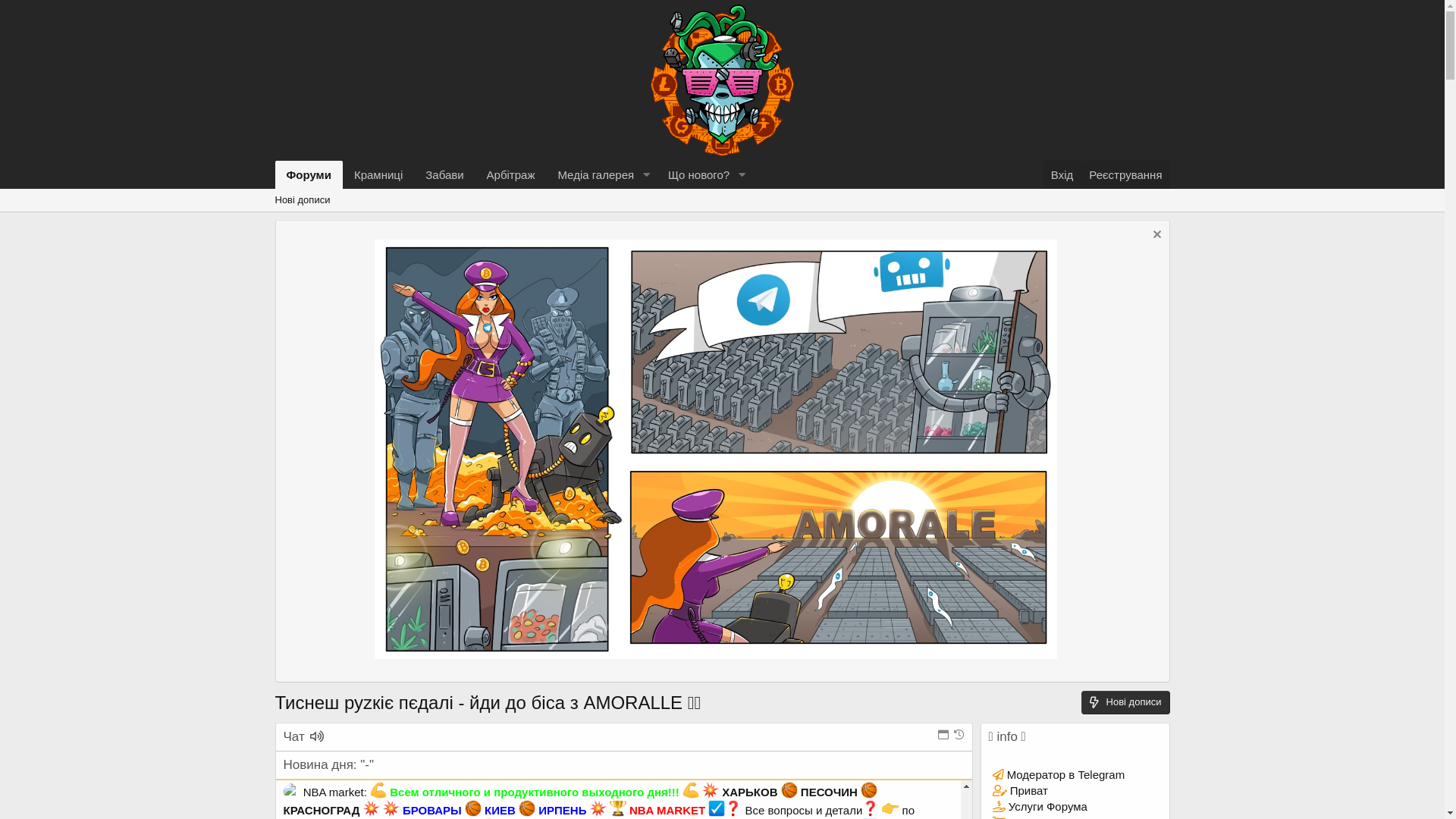 Image resolution: width=1456 pixels, height=819 pixels. I want to click on 'Backhand index pointing right    :point_right:', so click(890, 807).